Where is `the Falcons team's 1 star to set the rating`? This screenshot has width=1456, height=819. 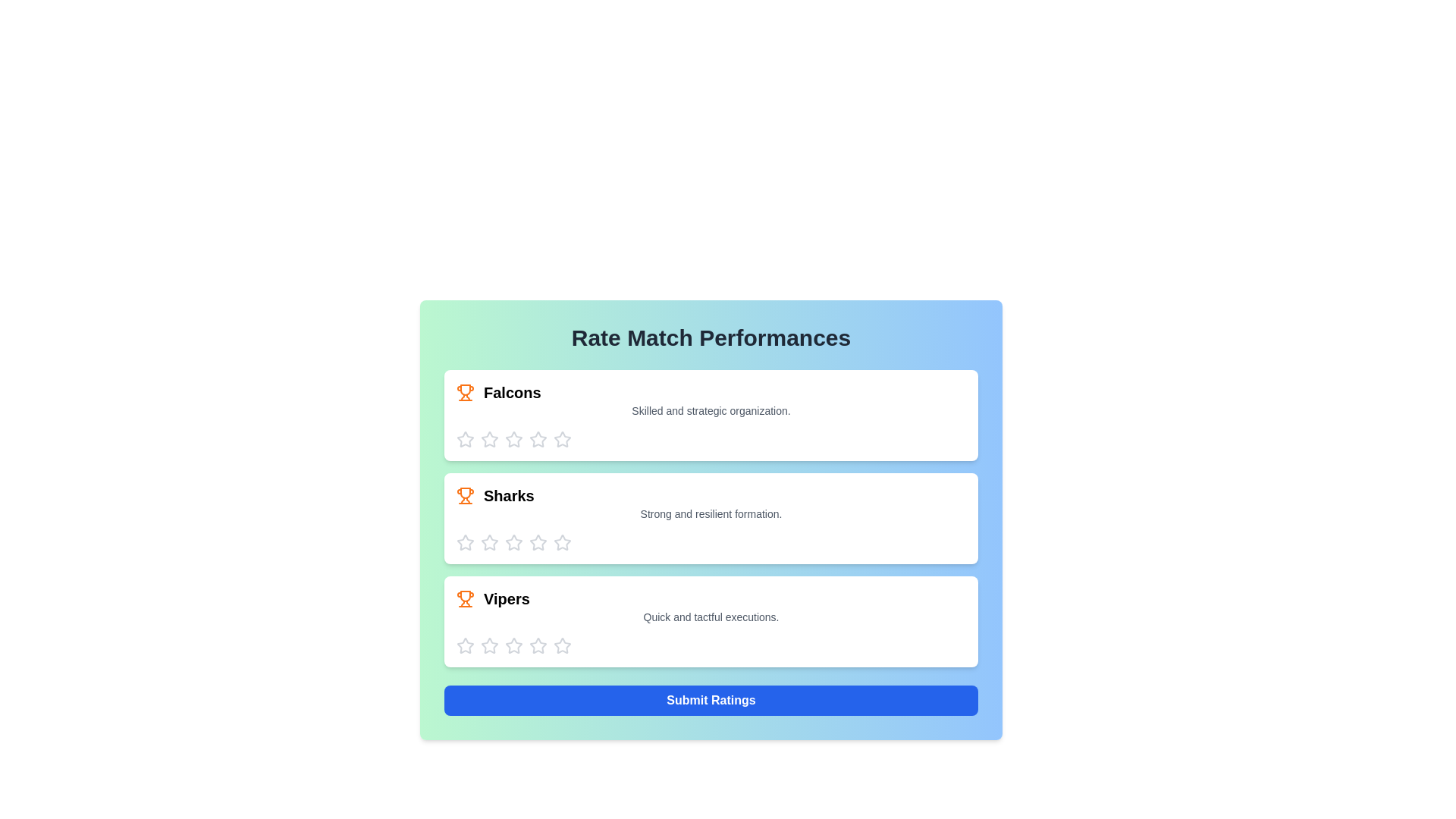 the Falcons team's 1 star to set the rating is located at coordinates (465, 439).